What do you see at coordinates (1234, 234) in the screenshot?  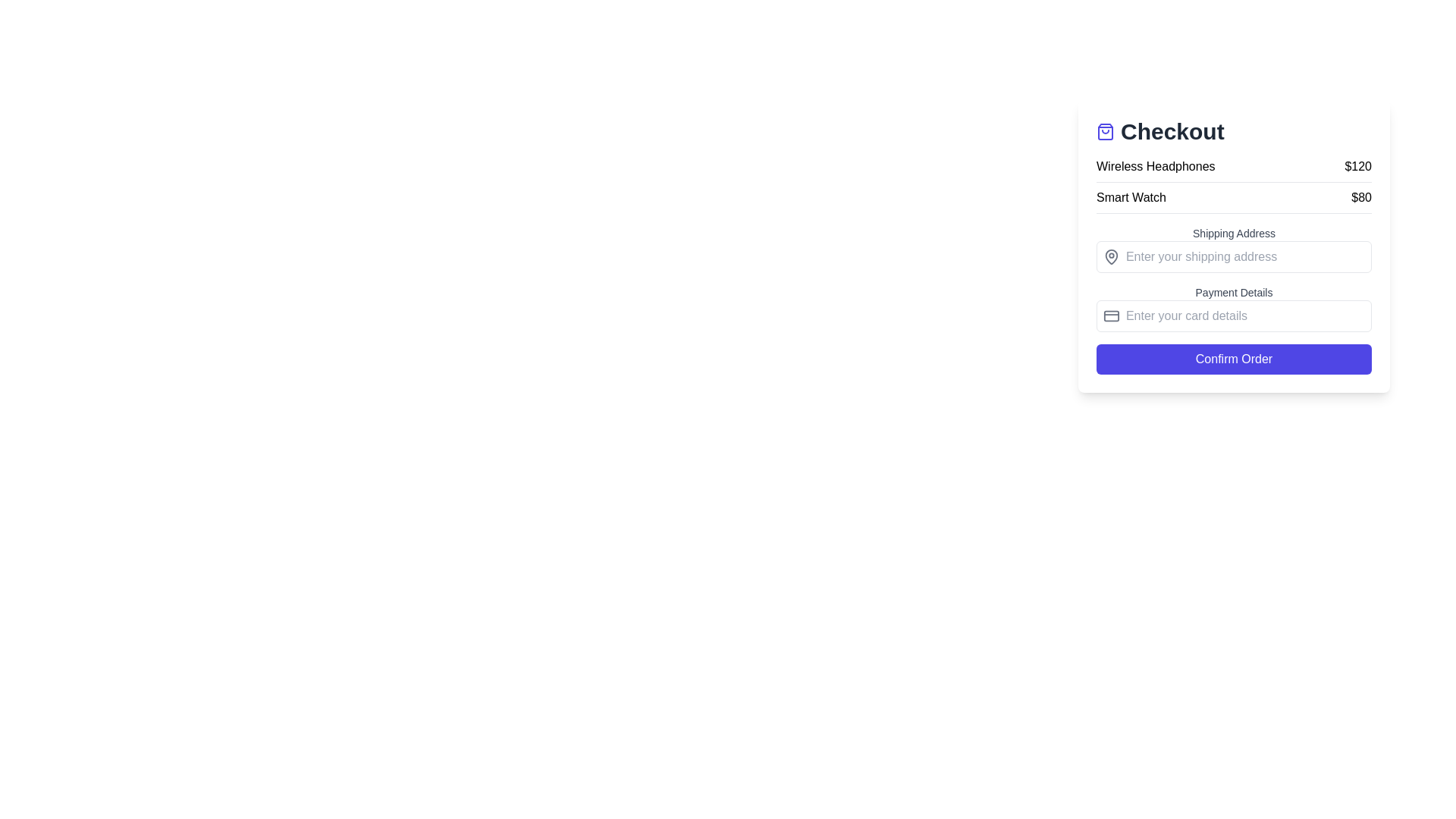 I see `the text label that provides context for the shipping address input field, located above the input field in the 'Checkout' card UI` at bounding box center [1234, 234].